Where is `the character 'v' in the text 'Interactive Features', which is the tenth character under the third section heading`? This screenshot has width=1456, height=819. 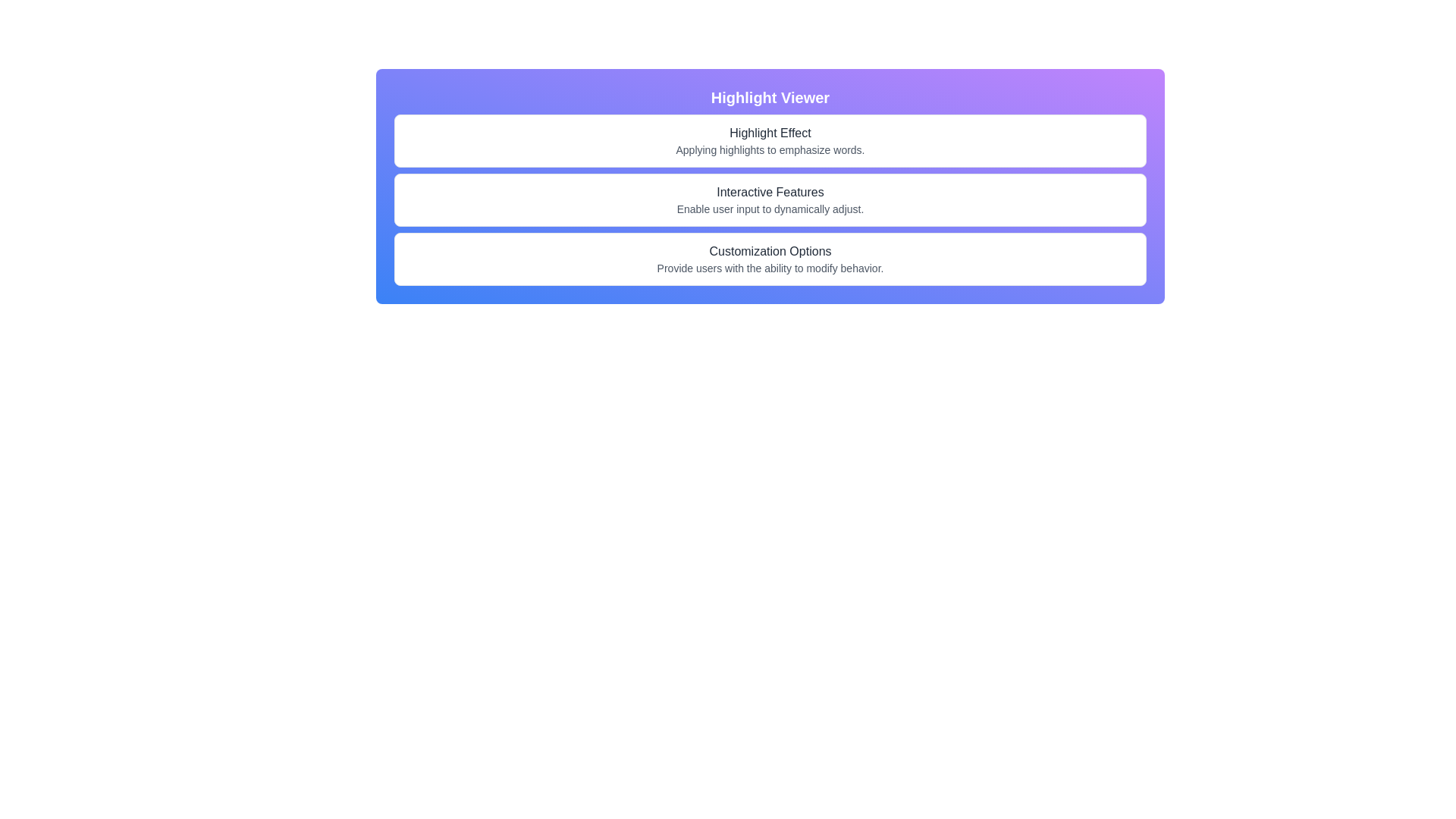 the character 'v' in the text 'Interactive Features', which is the tenth character under the third section heading is located at coordinates (763, 191).